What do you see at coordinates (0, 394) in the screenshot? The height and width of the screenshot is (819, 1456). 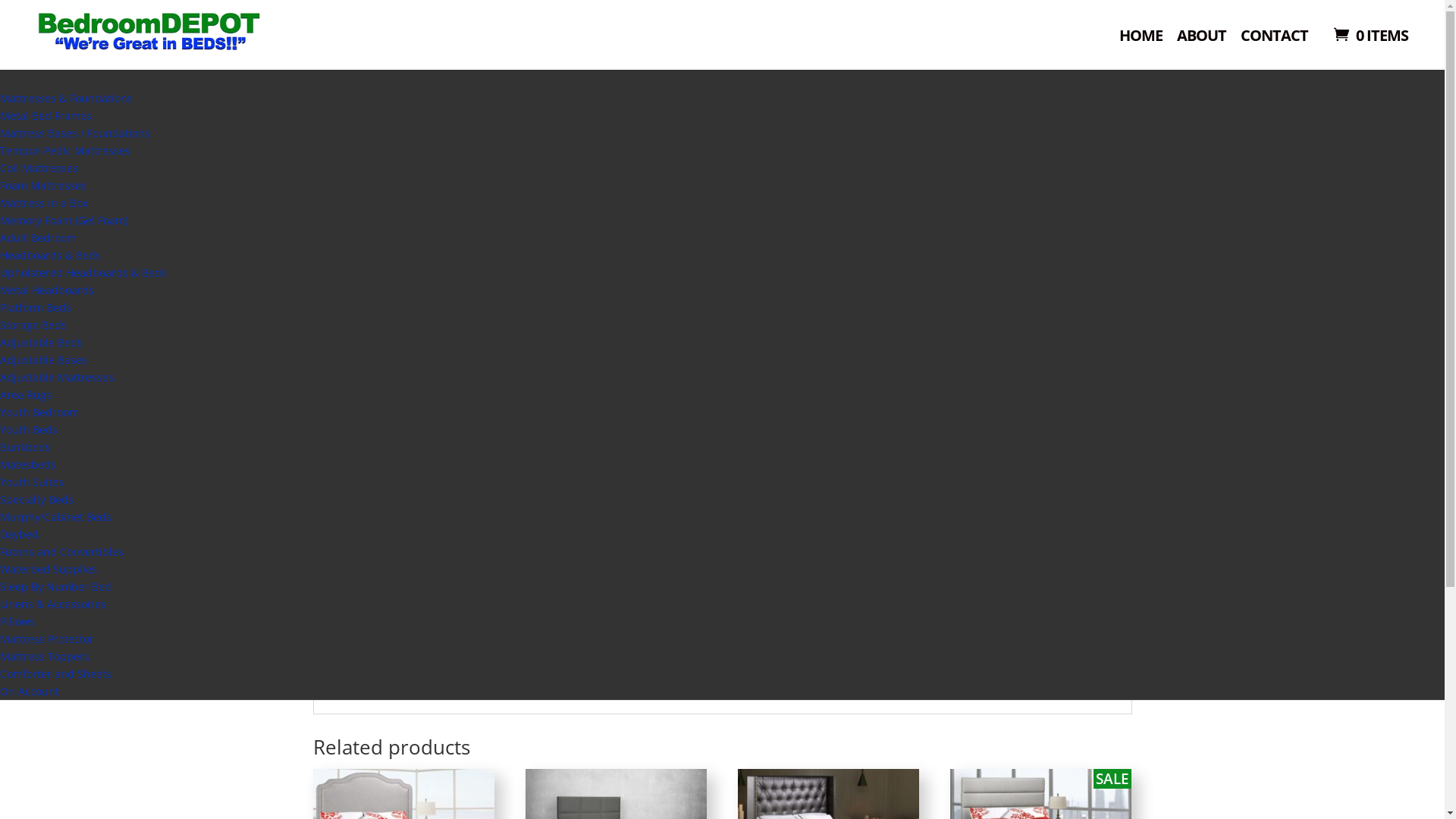 I see `'Area Rugs'` at bounding box center [0, 394].